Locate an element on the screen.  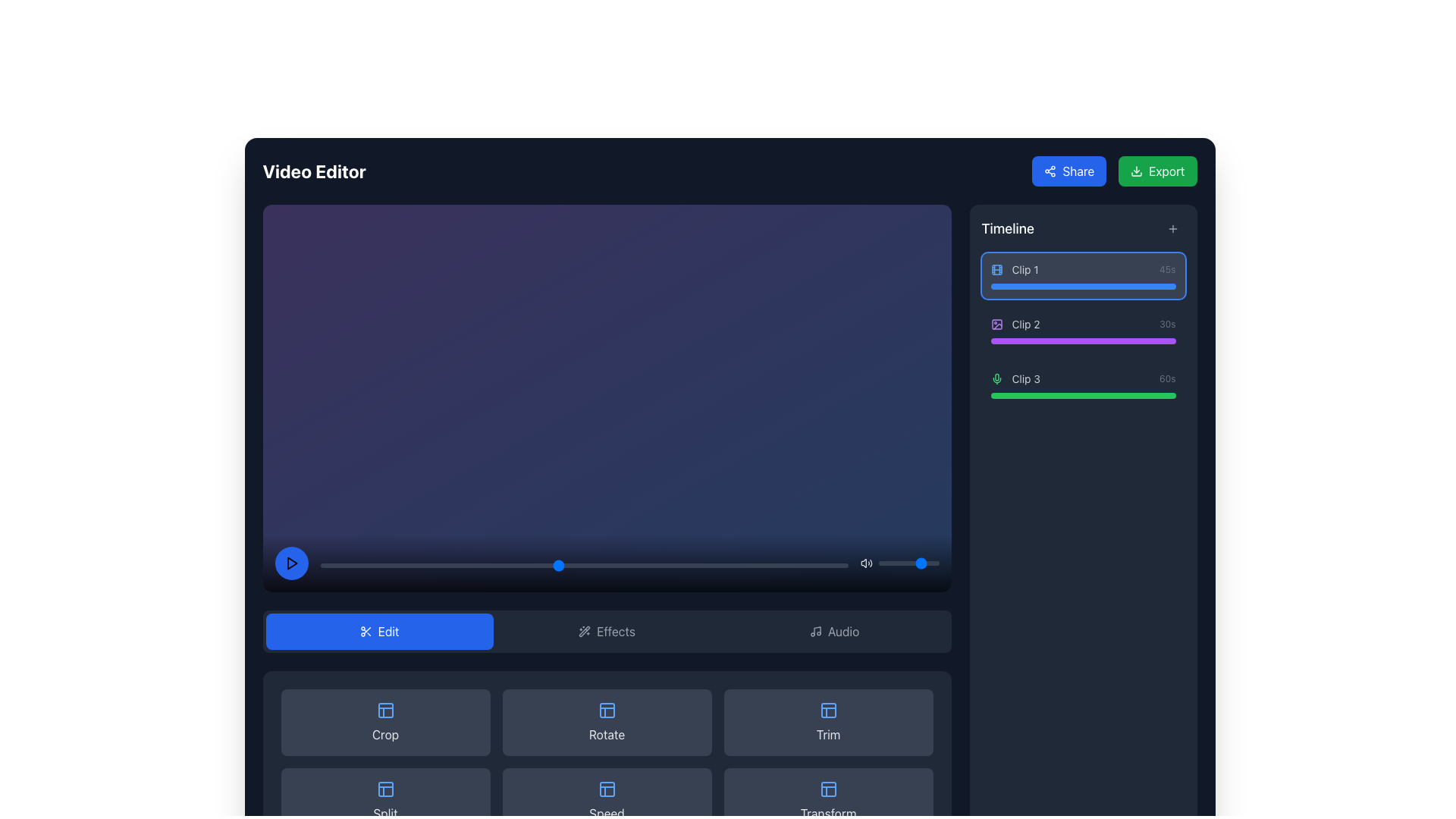
the thin horizontal green progress bar located in the 'Timeline' section, directly below 'Clip 3' and the microphone icon is located at coordinates (1082, 394).